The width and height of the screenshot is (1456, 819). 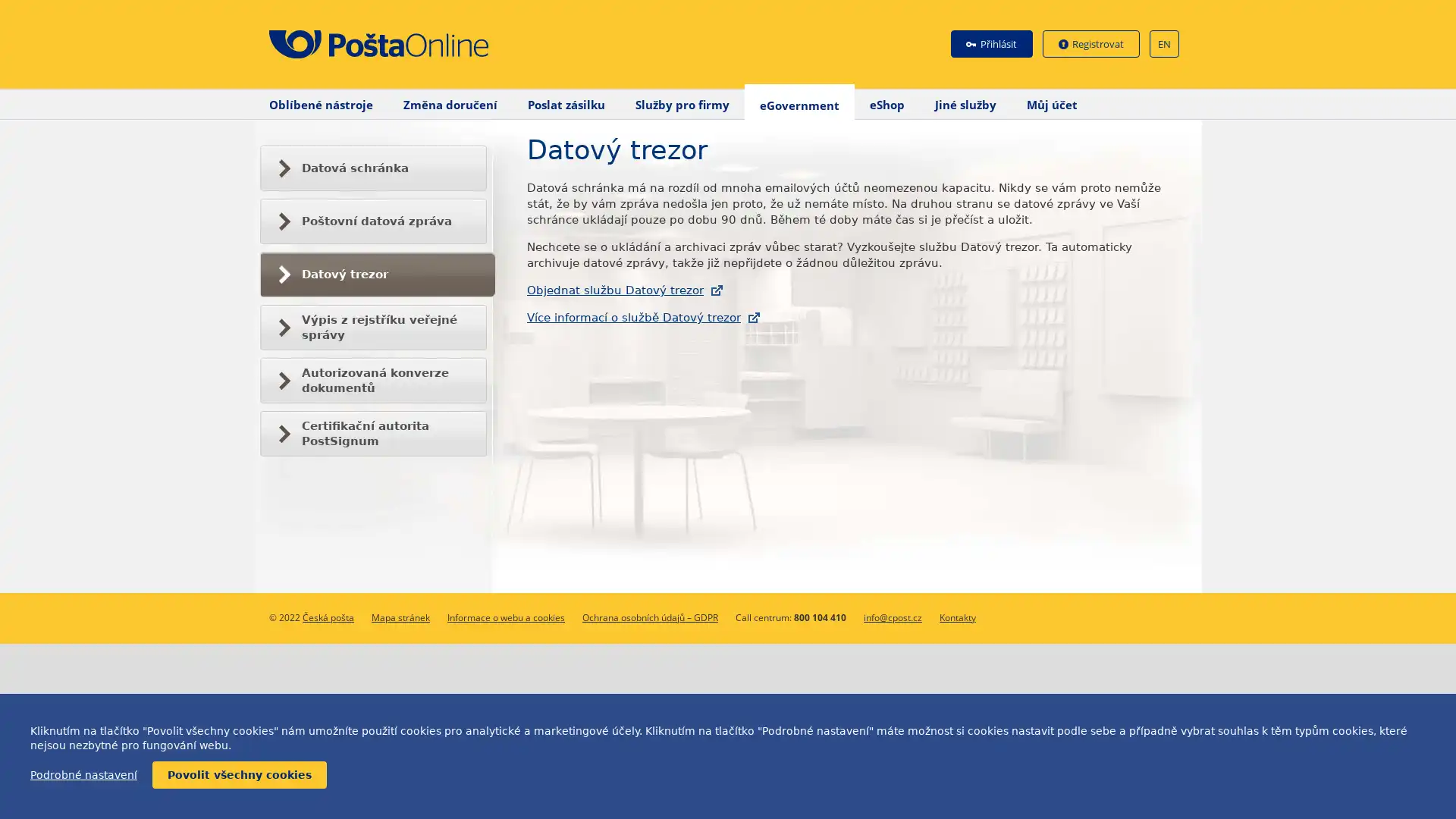 I want to click on Povolit vsechny cookies, so click(x=239, y=775).